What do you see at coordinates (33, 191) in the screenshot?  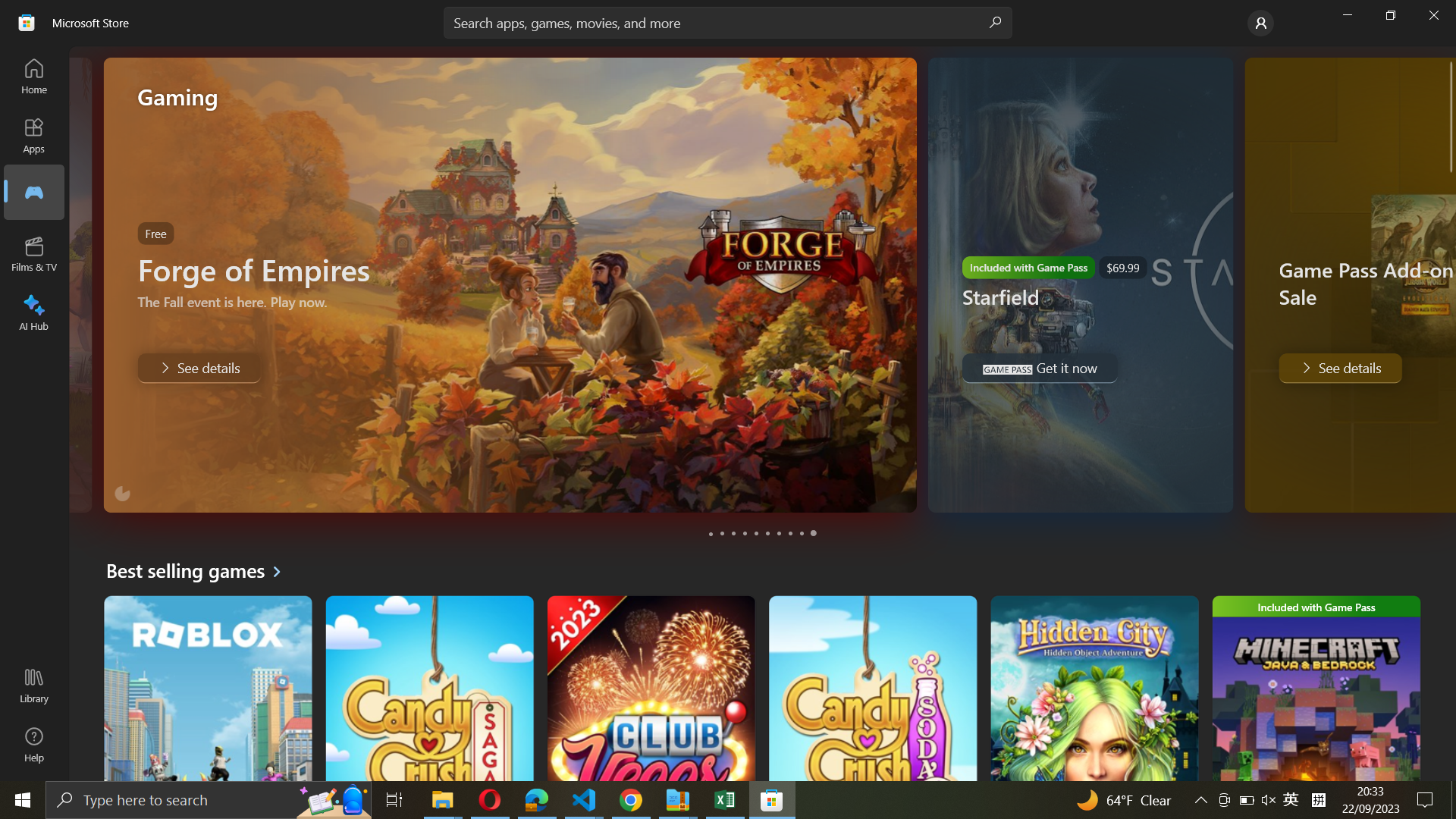 I see `the Films & TV category` at bounding box center [33, 191].